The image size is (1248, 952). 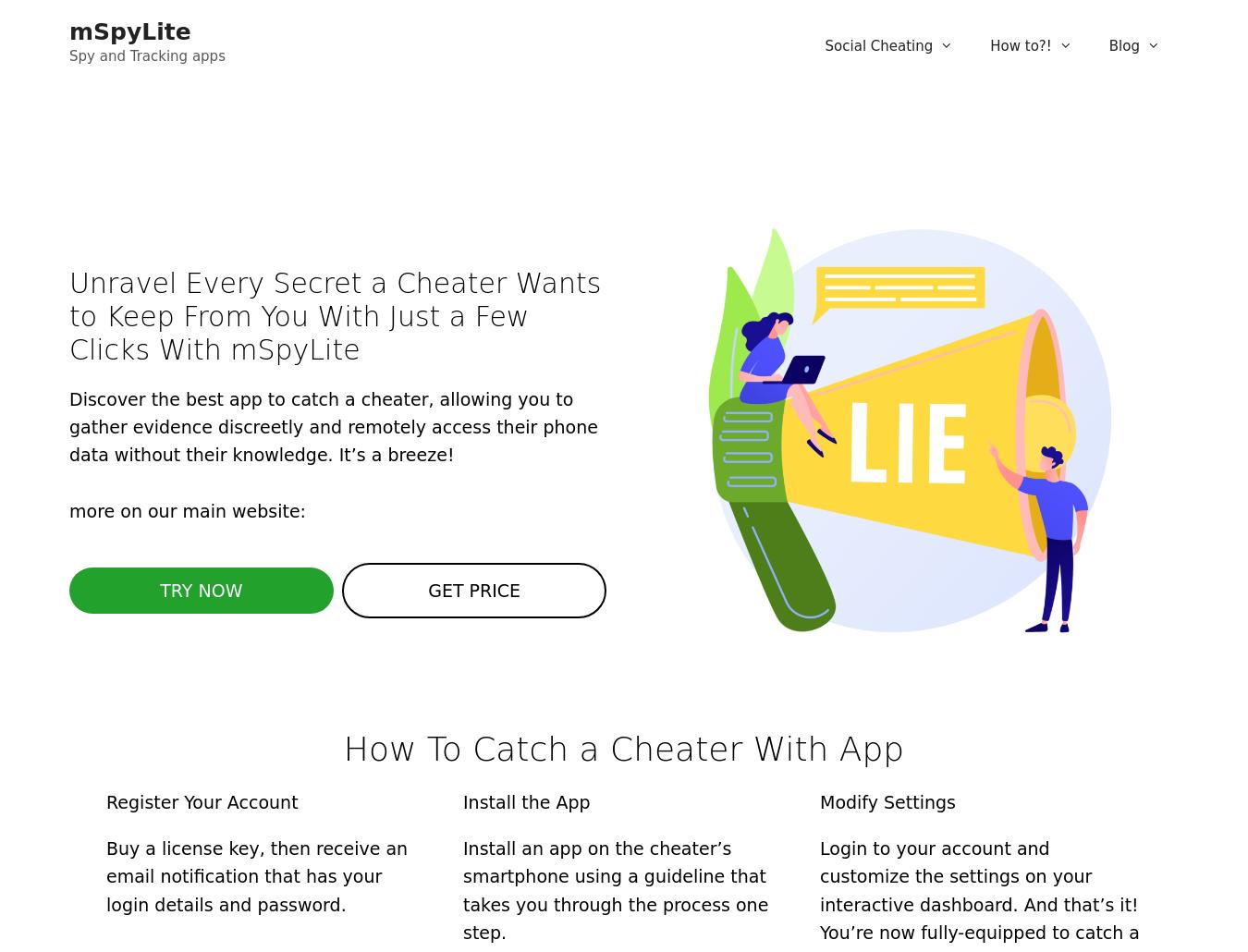 I want to click on 'Discover the best app to catch a cheater, allowing you to gather evidence discreetly and remotely access their phone data without their knowledge. It’s a breeze!', so click(x=333, y=425).